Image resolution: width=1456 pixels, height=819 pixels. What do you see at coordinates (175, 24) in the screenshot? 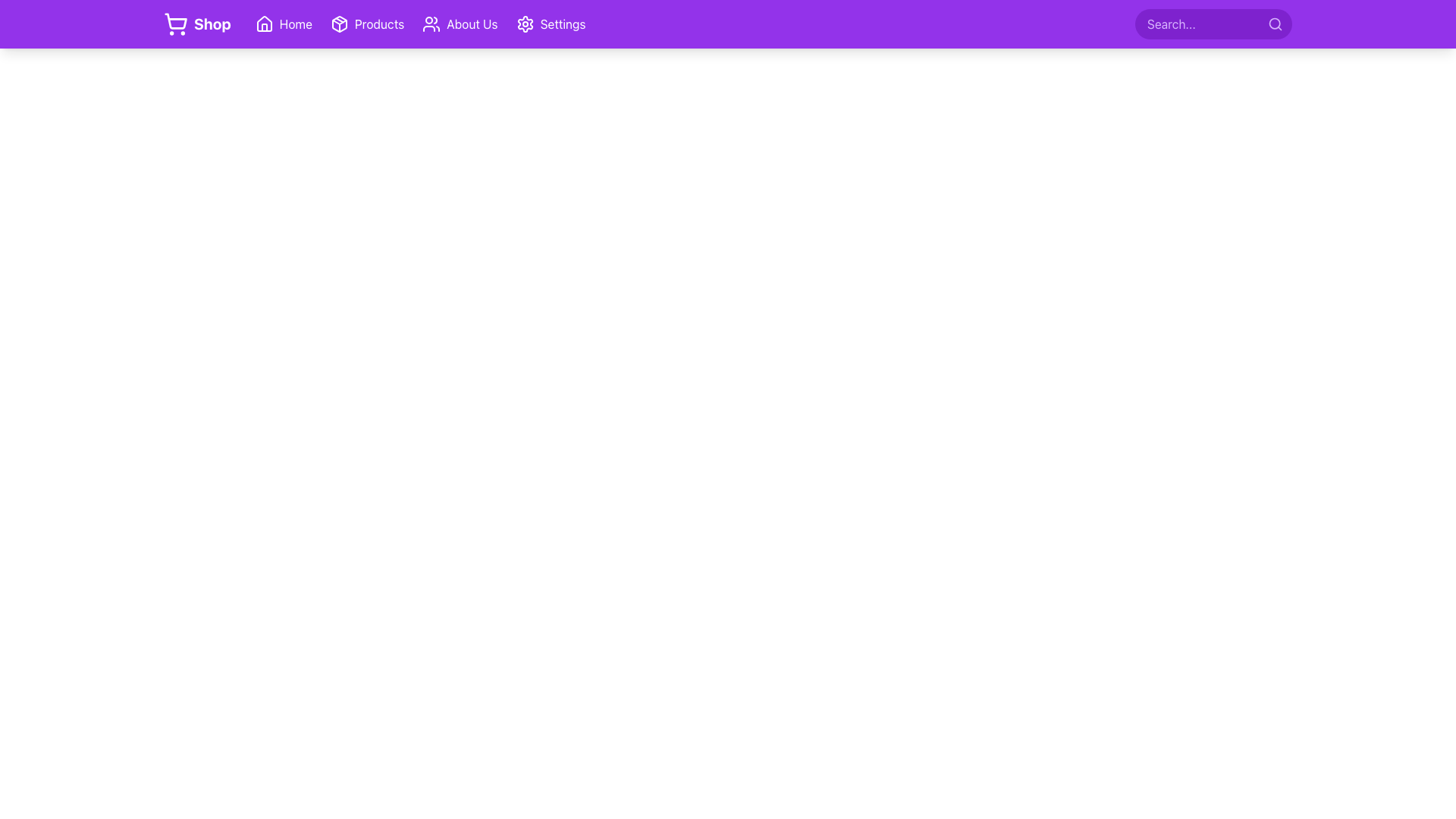
I see `the shopping cart icon located in the navigation bar, which features a purple background and circular wheels` at bounding box center [175, 24].